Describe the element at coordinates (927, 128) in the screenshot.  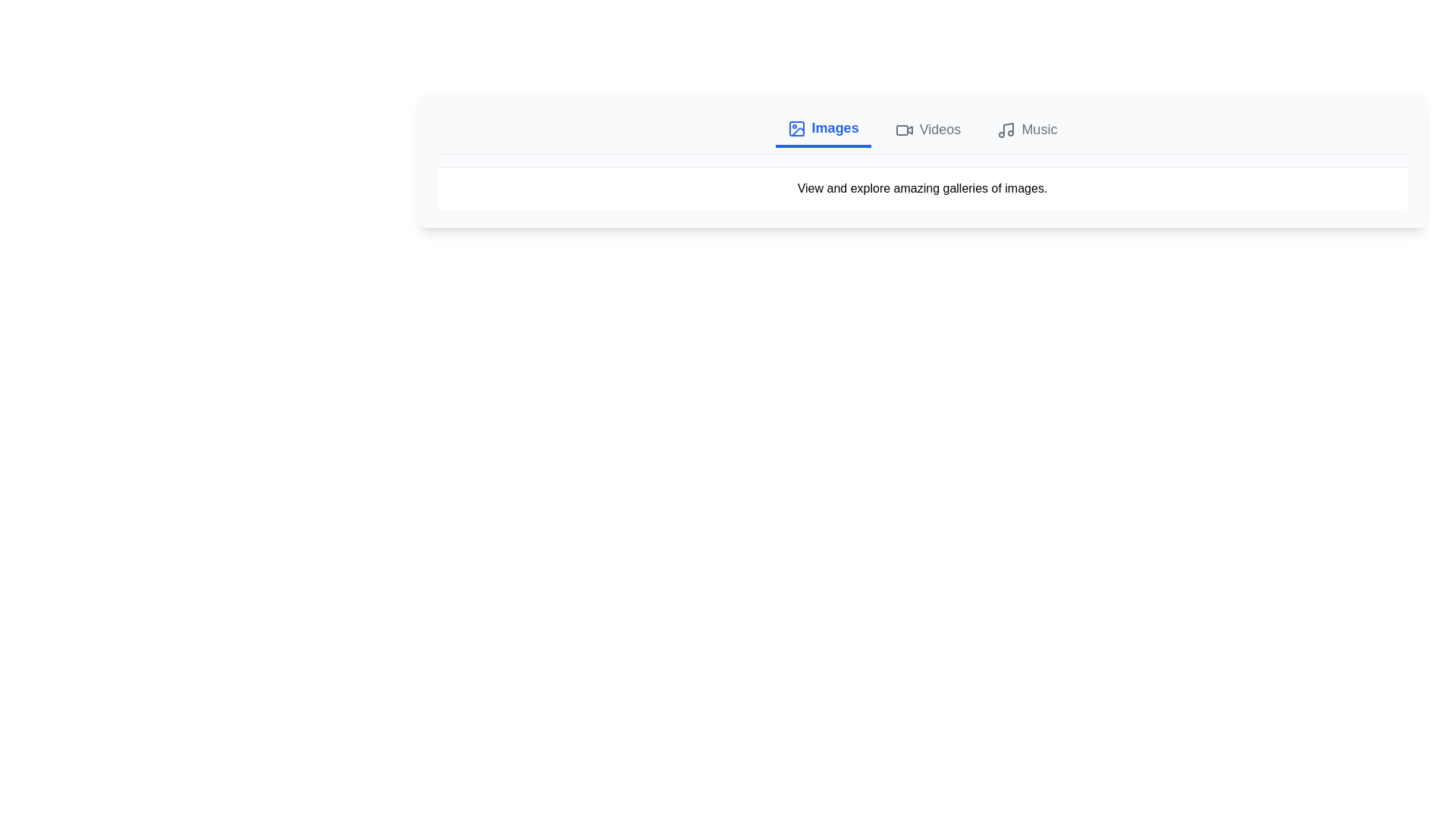
I see `the Videos tab` at that location.